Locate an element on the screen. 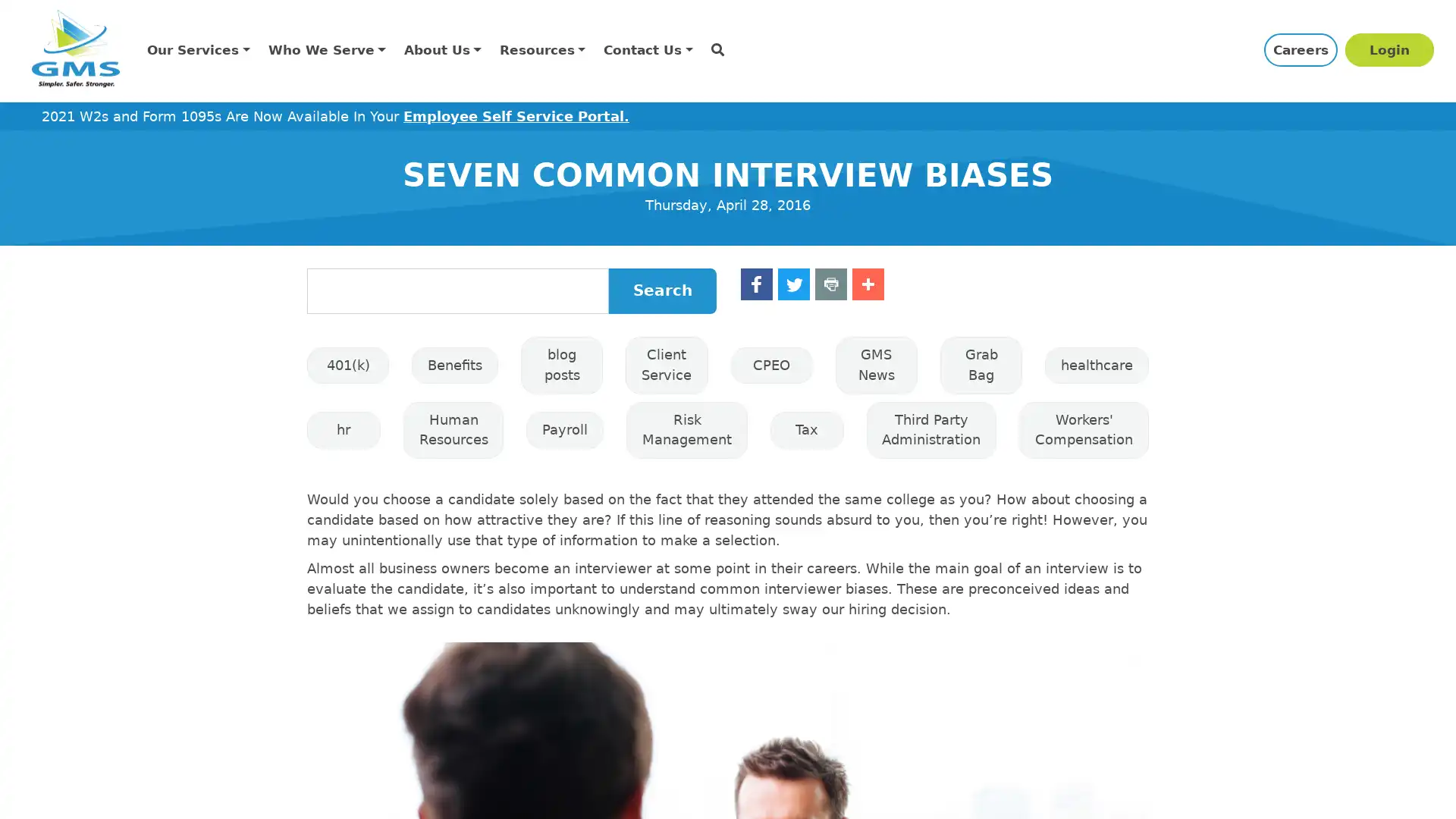  Search is located at coordinates (662, 292).